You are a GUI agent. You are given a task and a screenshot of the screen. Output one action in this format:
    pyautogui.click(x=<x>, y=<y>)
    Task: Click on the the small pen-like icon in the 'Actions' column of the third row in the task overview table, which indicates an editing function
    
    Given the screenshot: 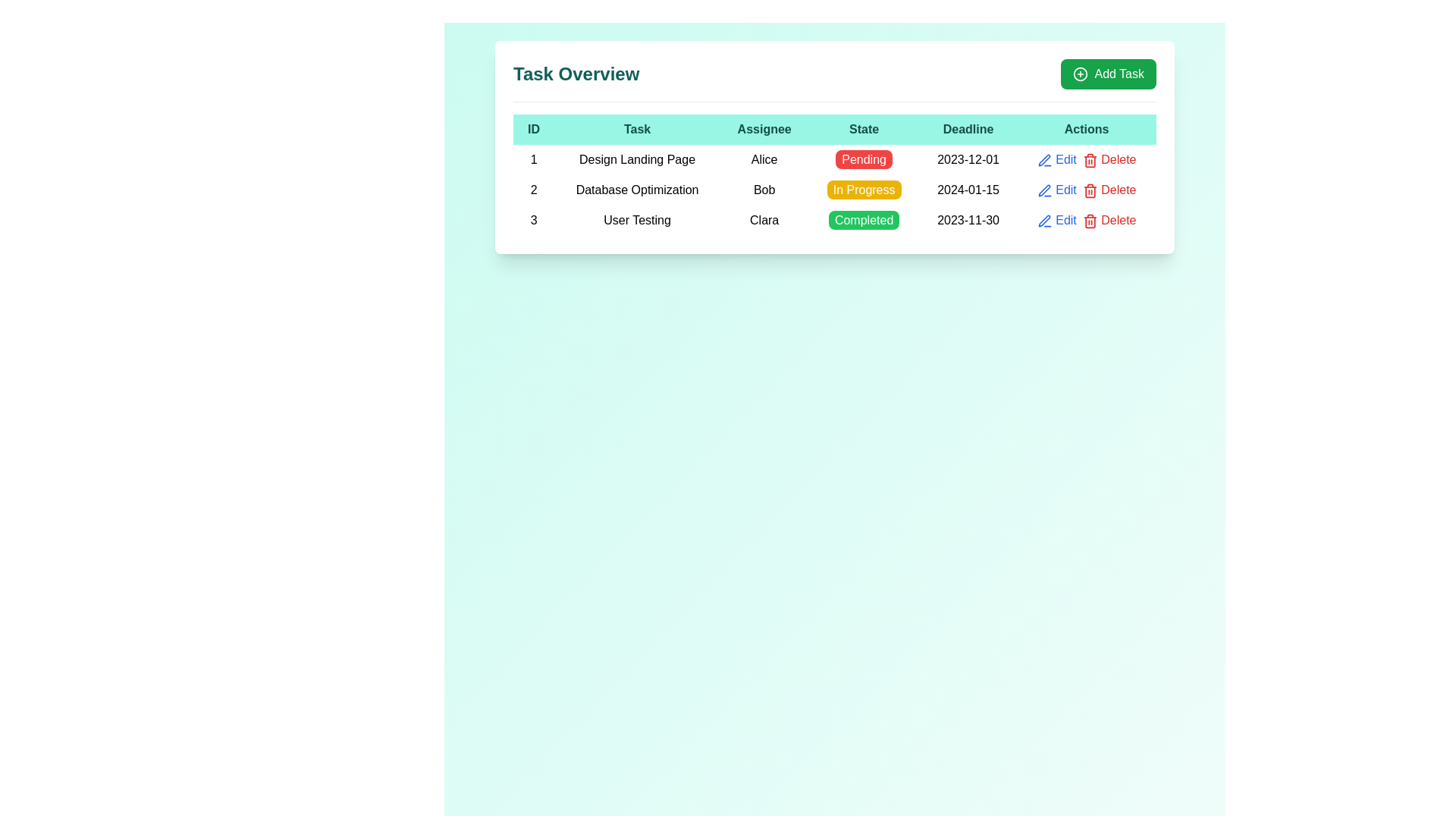 What is the action you would take?
    pyautogui.click(x=1043, y=221)
    